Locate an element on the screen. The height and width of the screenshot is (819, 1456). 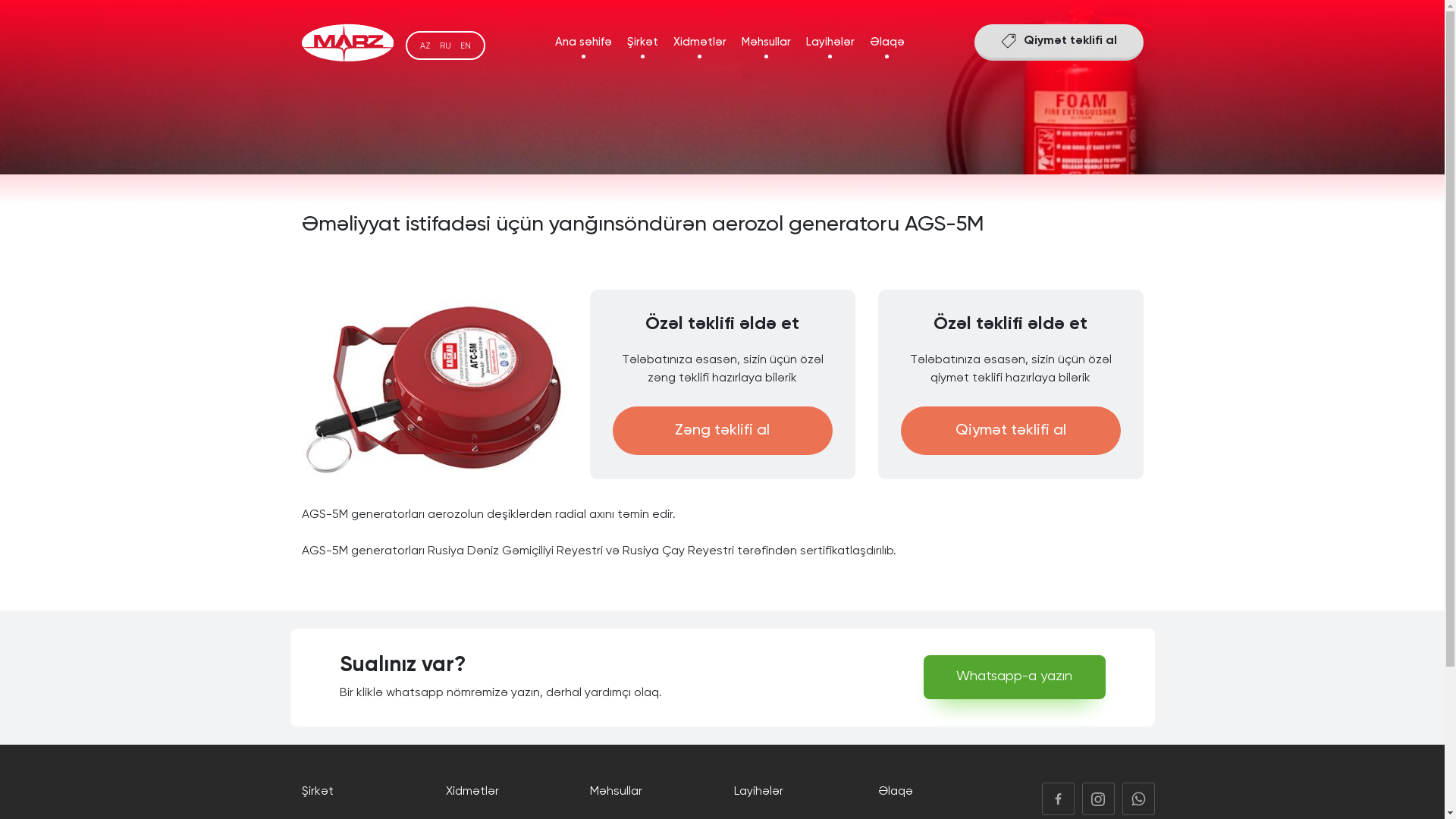
'RU' is located at coordinates (439, 45).